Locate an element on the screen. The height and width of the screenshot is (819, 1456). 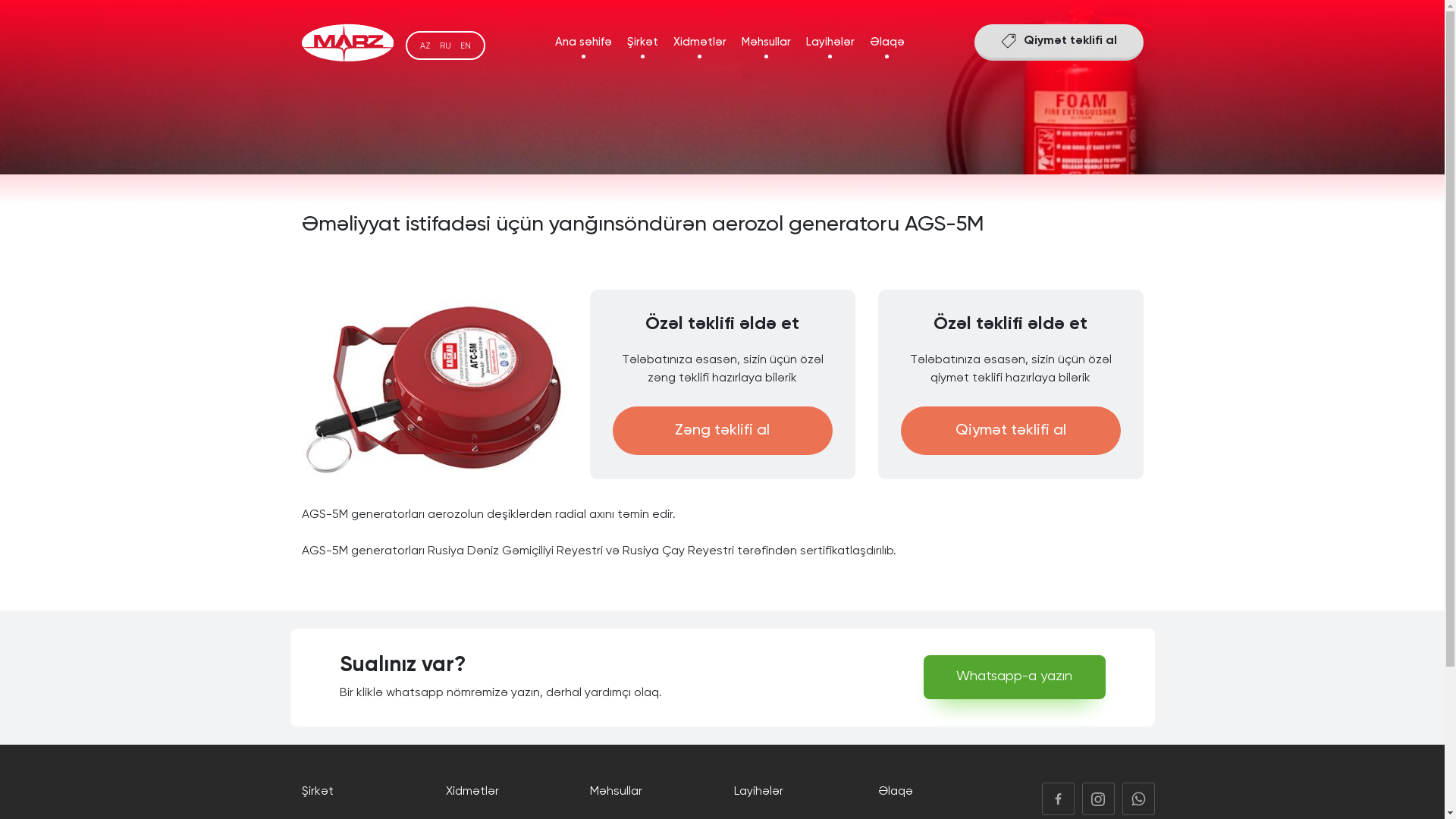
'RU' is located at coordinates (439, 45).